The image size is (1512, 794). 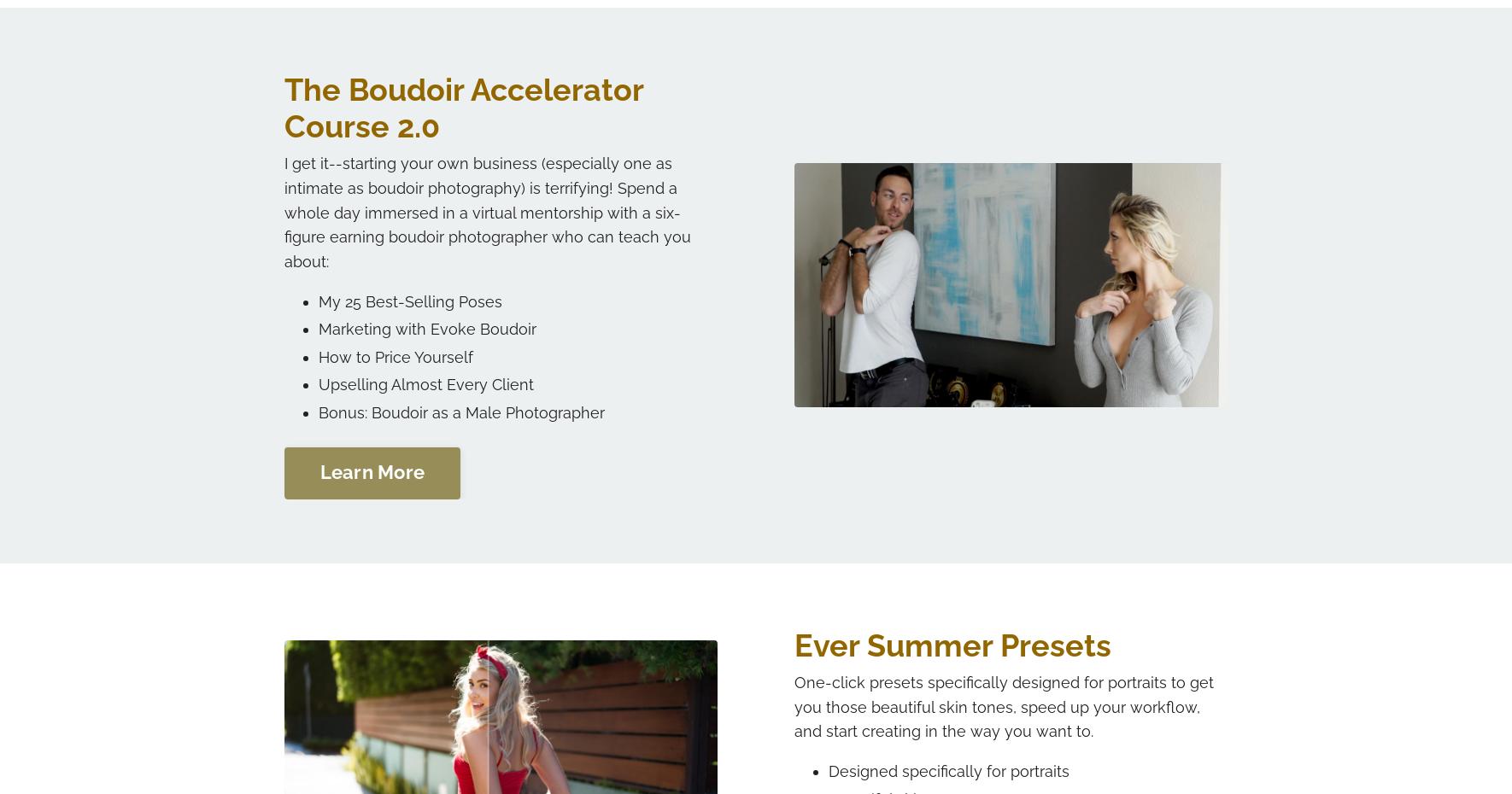 What do you see at coordinates (317, 356) in the screenshot?
I see `'How to Price Yourself'` at bounding box center [317, 356].